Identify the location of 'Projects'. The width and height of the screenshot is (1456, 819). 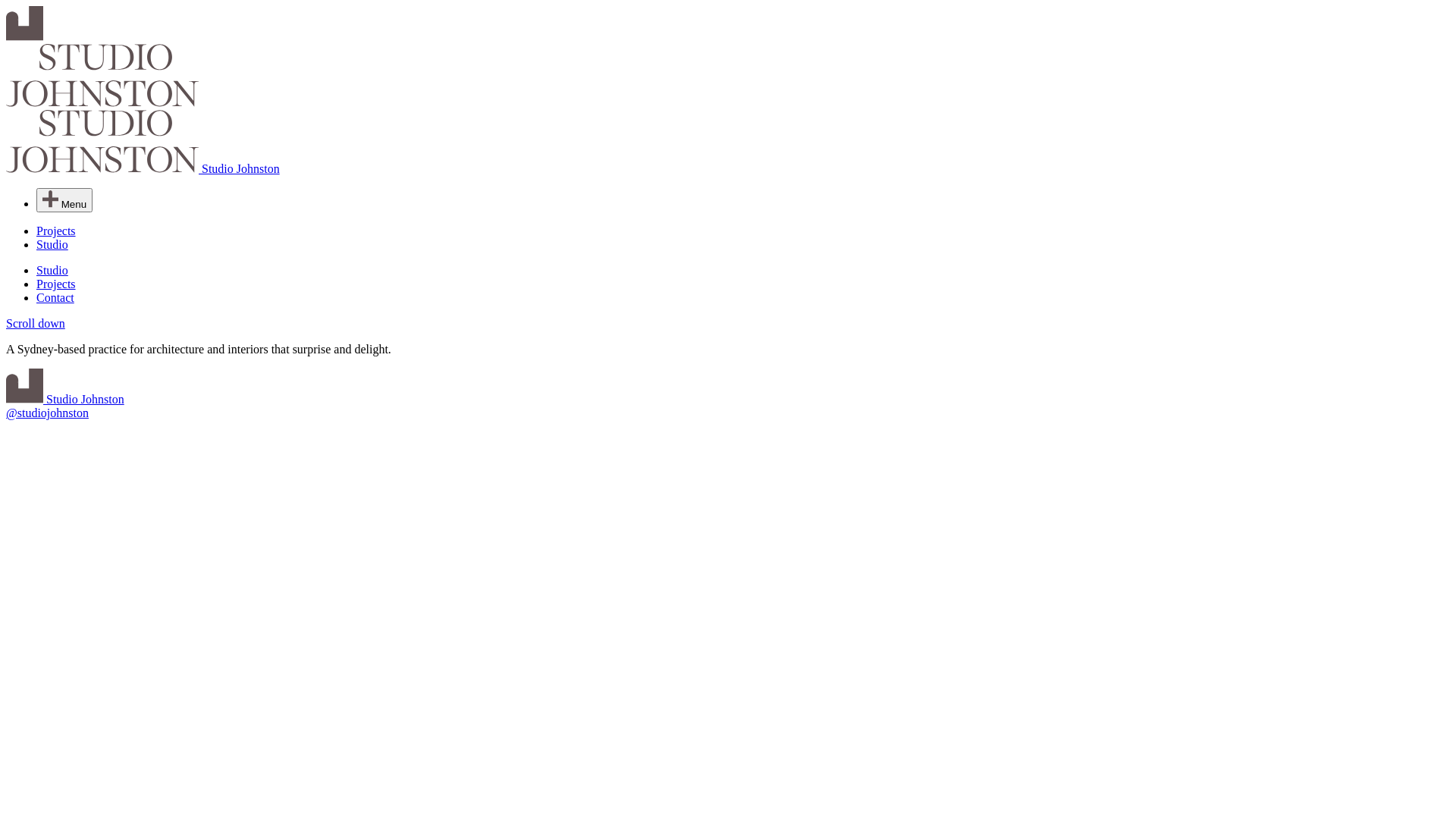
(55, 231).